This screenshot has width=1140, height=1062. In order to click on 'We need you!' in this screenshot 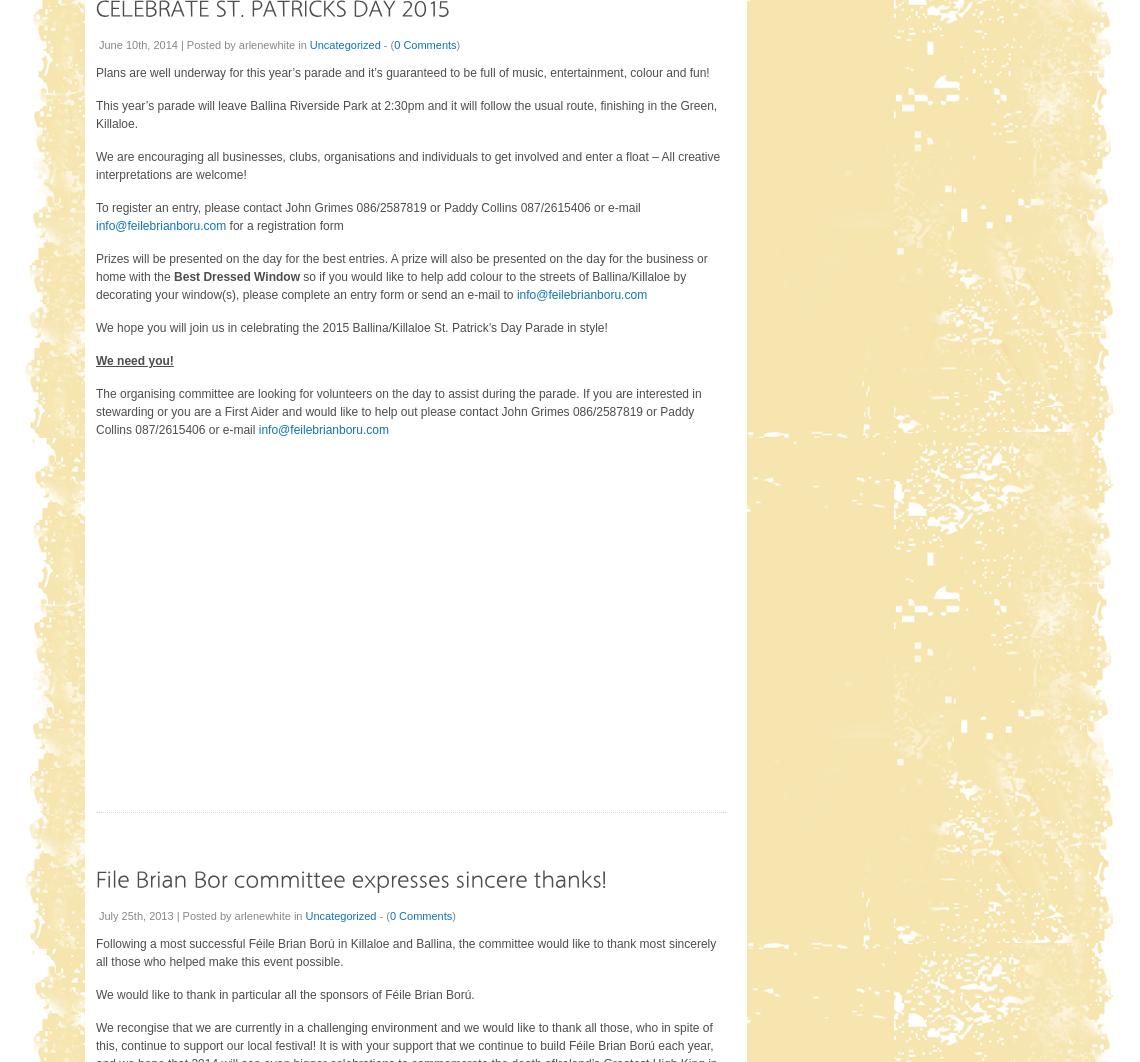, I will do `click(133, 359)`.